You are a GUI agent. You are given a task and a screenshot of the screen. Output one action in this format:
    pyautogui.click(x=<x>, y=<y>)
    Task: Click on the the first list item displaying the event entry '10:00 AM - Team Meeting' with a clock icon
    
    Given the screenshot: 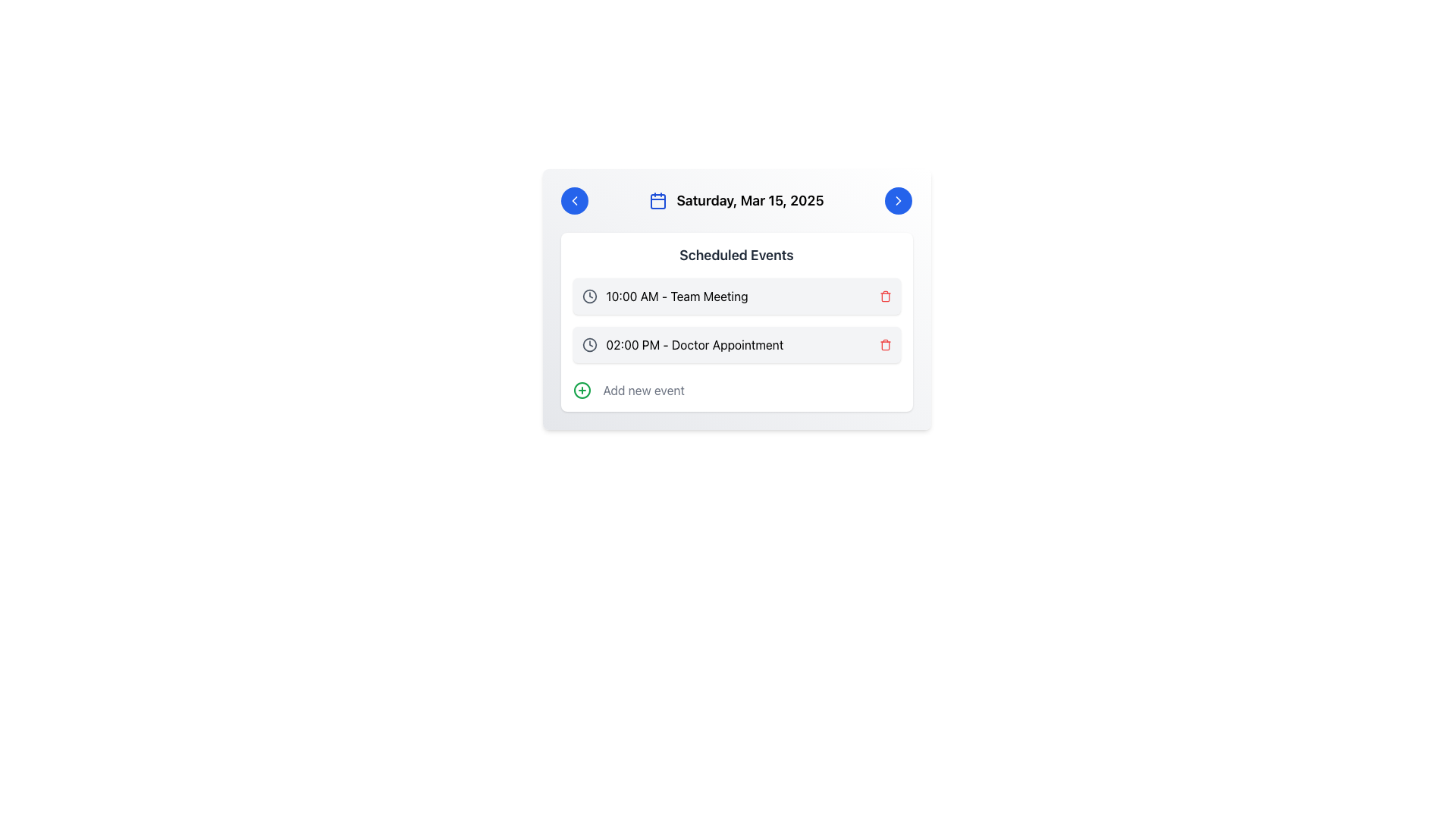 What is the action you would take?
    pyautogui.click(x=665, y=296)
    